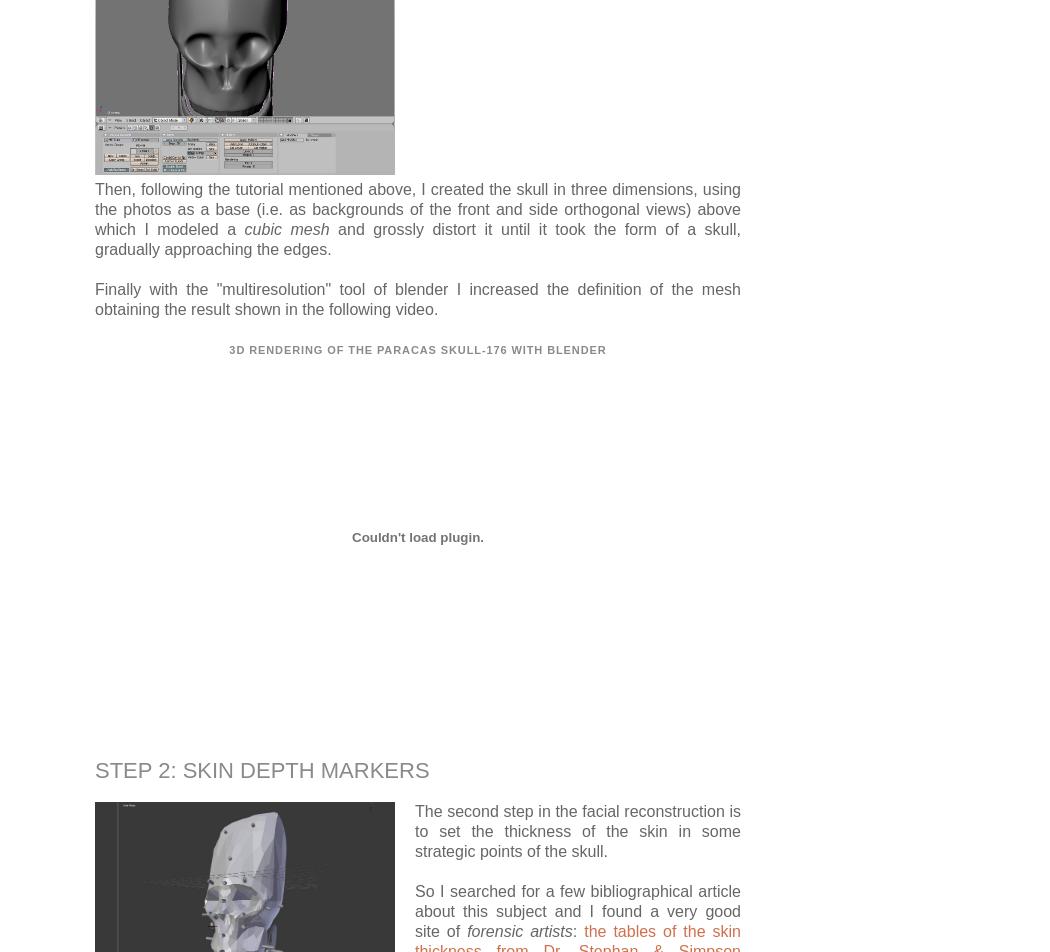  I want to click on 'So I searched for a few bibliographical article about this
		subject and I found a very good site of', so click(577, 910).